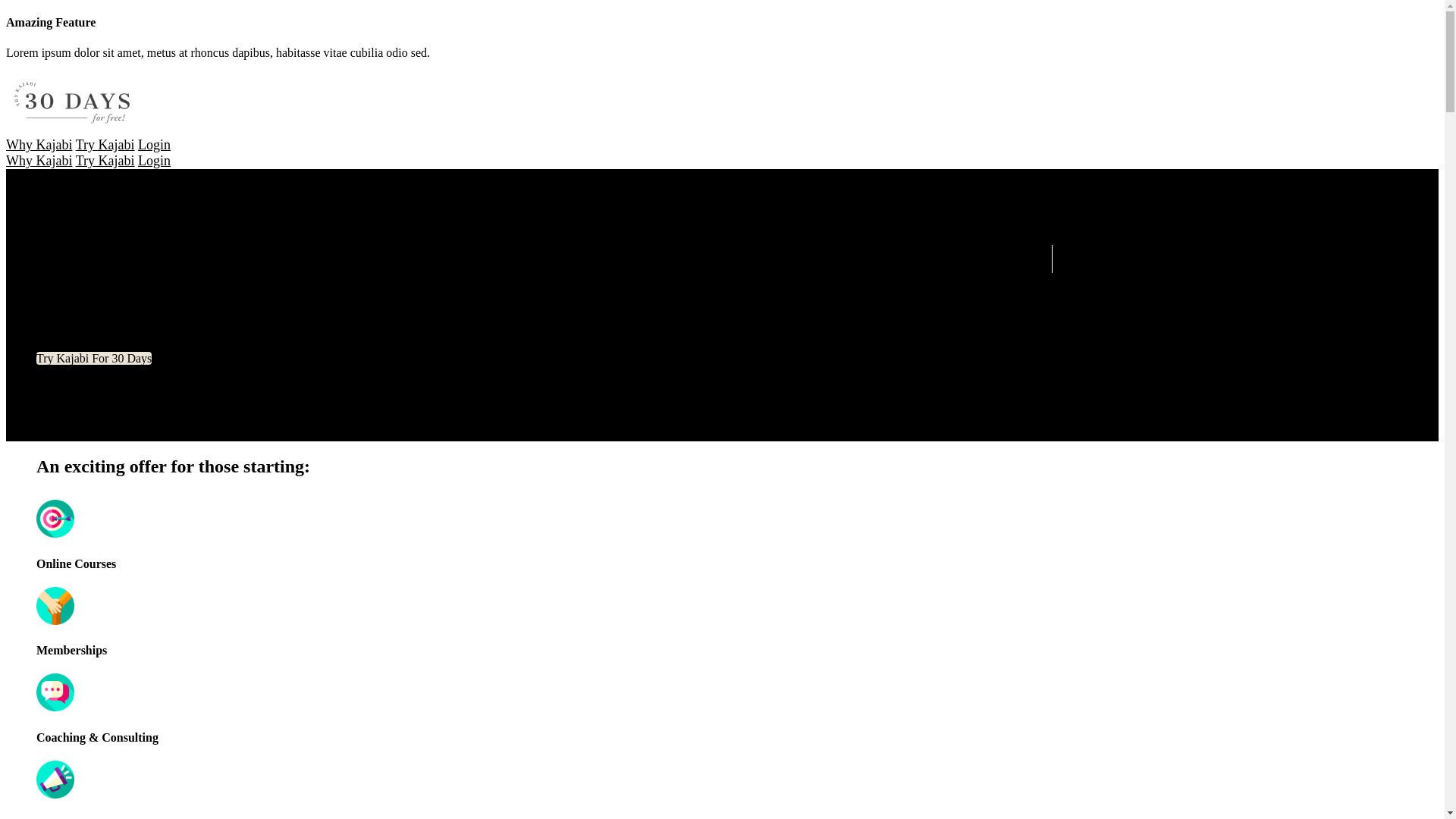  Describe the element at coordinates (105, 161) in the screenshot. I see `'Try Kajabi'` at that location.